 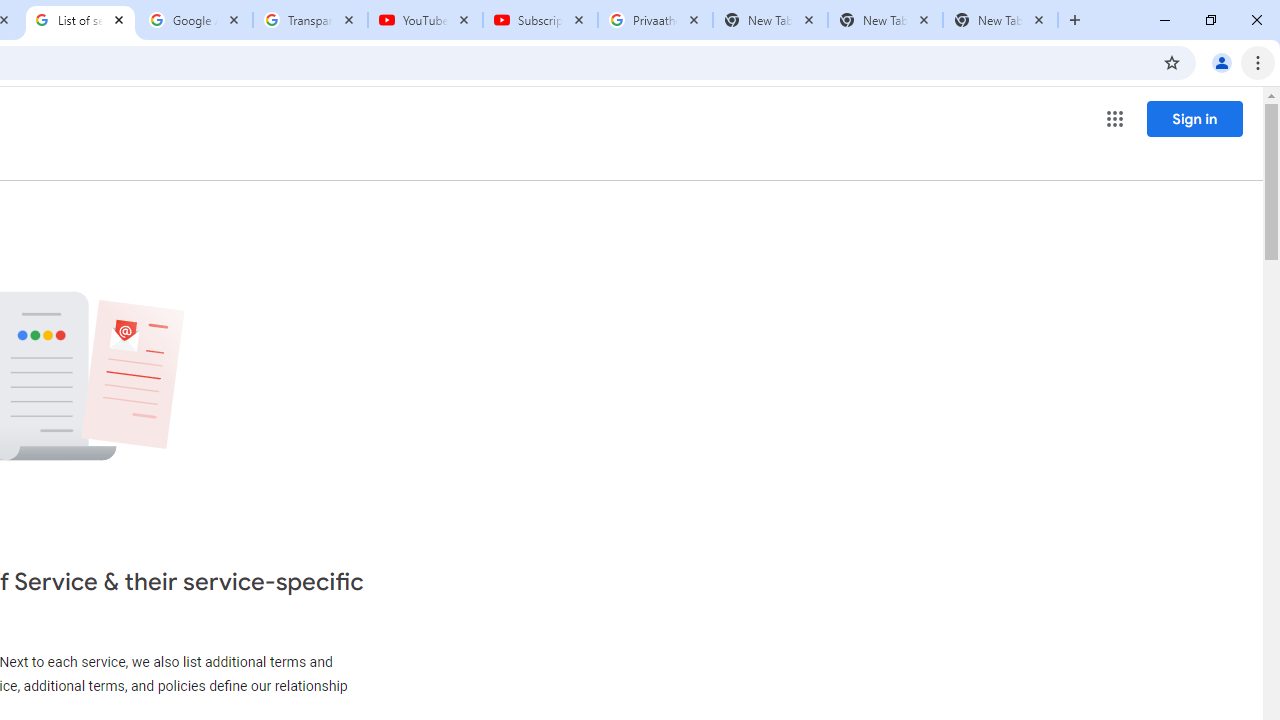 I want to click on 'New Tab', so click(x=1000, y=20).